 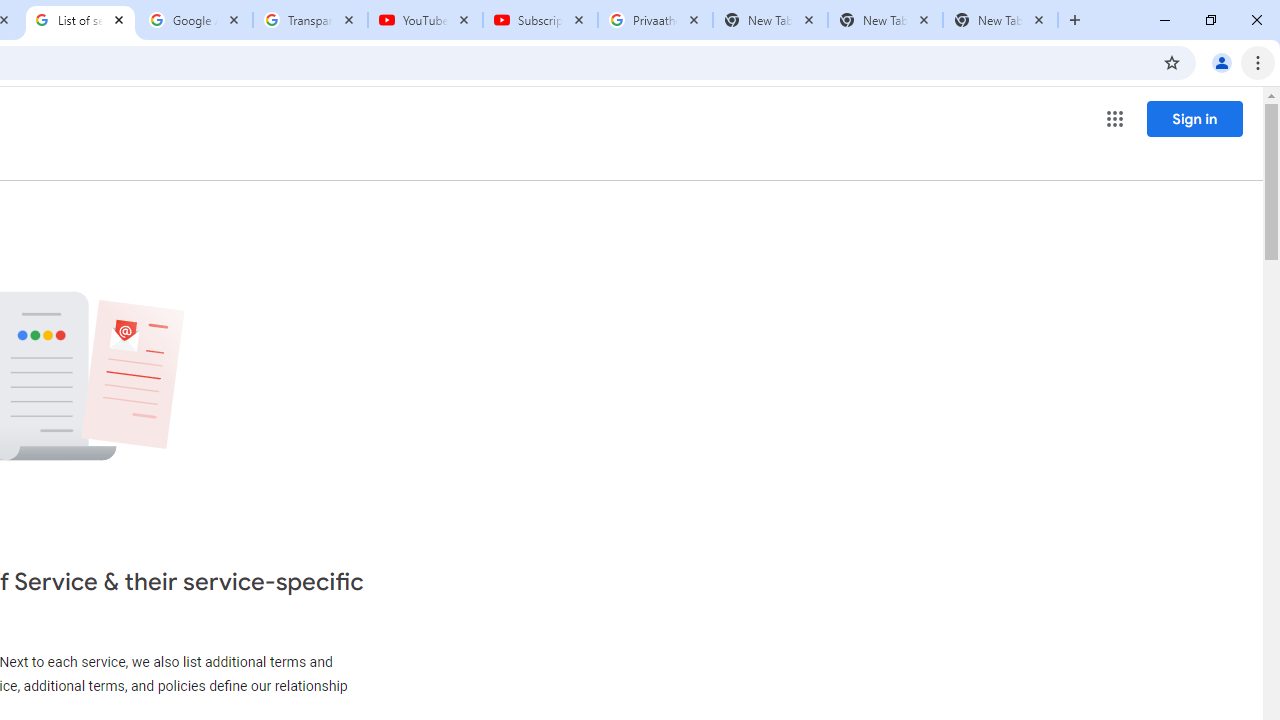 I want to click on 'New Tab', so click(x=1000, y=20).